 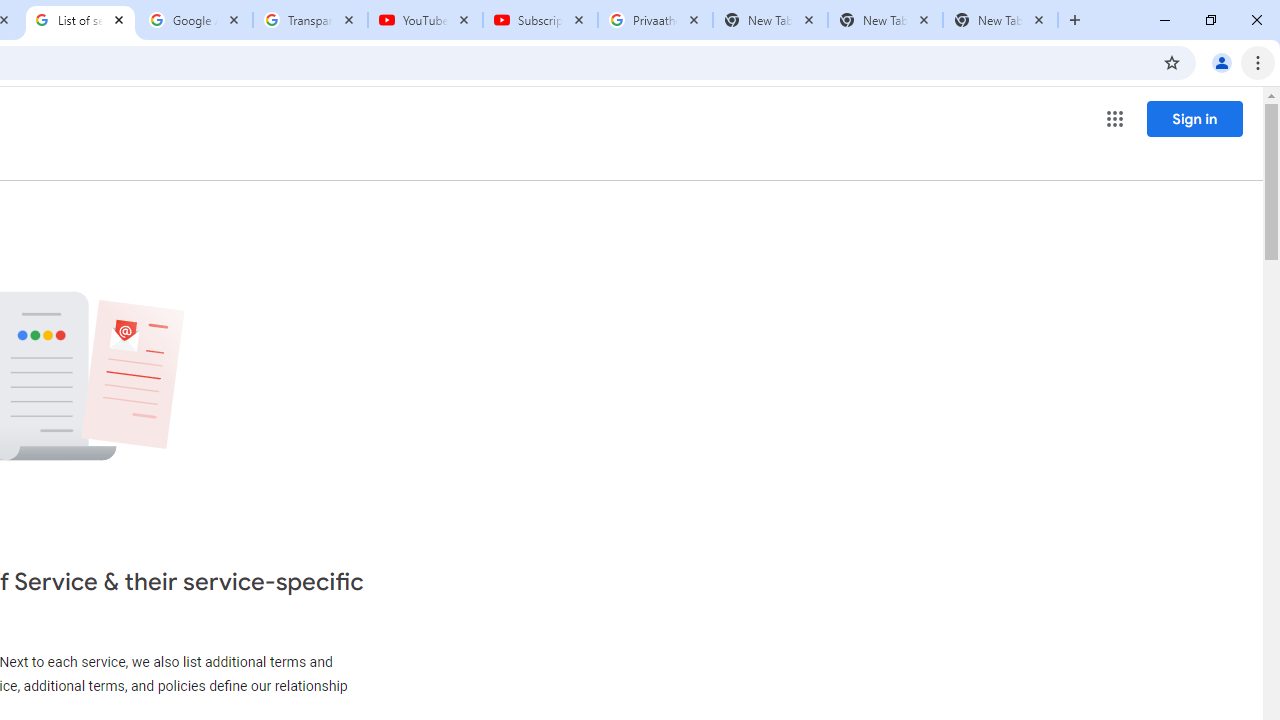 I want to click on 'New Tab', so click(x=1000, y=20).